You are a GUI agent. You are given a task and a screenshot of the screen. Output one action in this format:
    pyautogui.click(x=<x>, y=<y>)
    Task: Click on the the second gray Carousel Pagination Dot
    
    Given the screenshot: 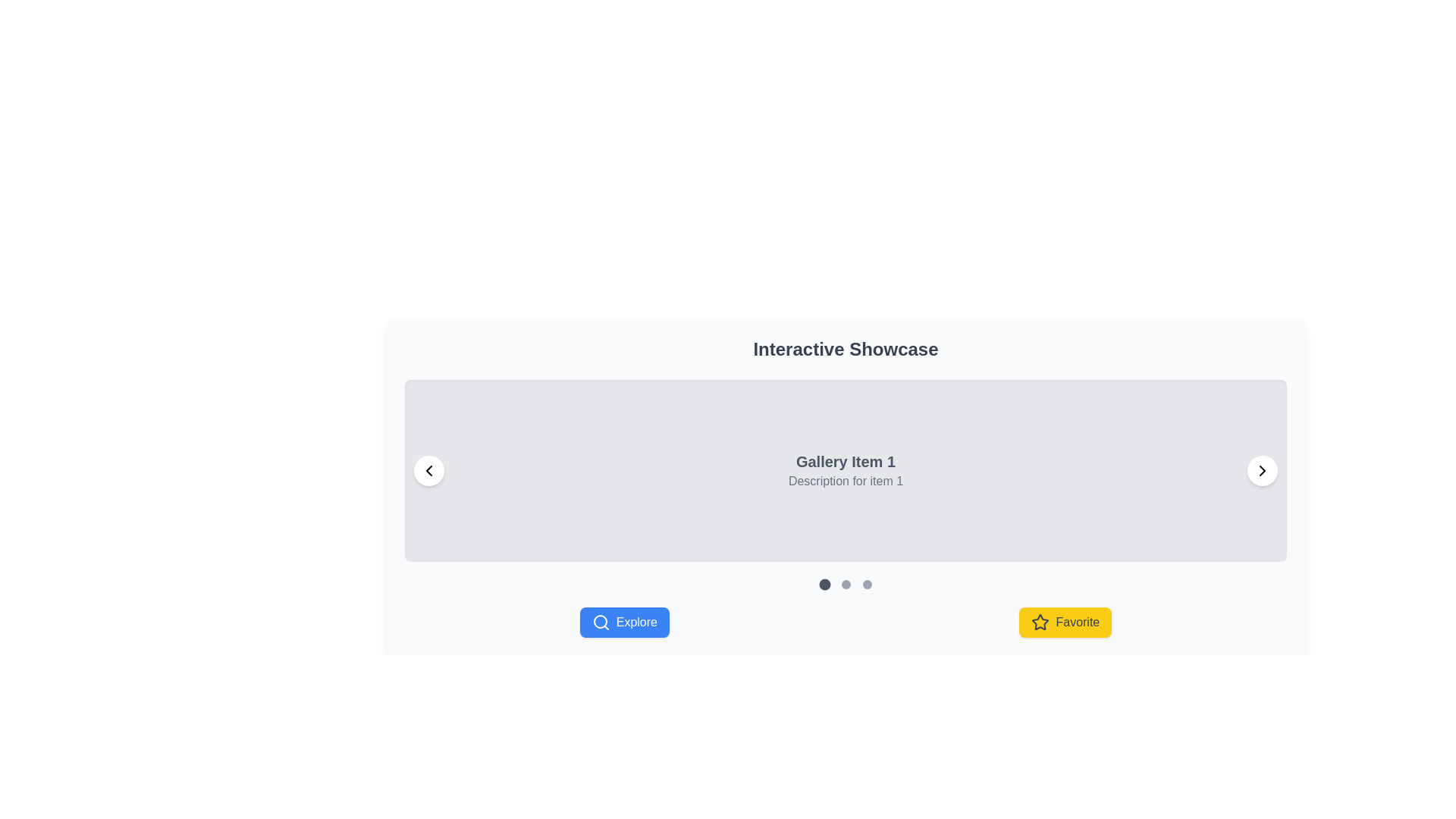 What is the action you would take?
    pyautogui.click(x=845, y=584)
    